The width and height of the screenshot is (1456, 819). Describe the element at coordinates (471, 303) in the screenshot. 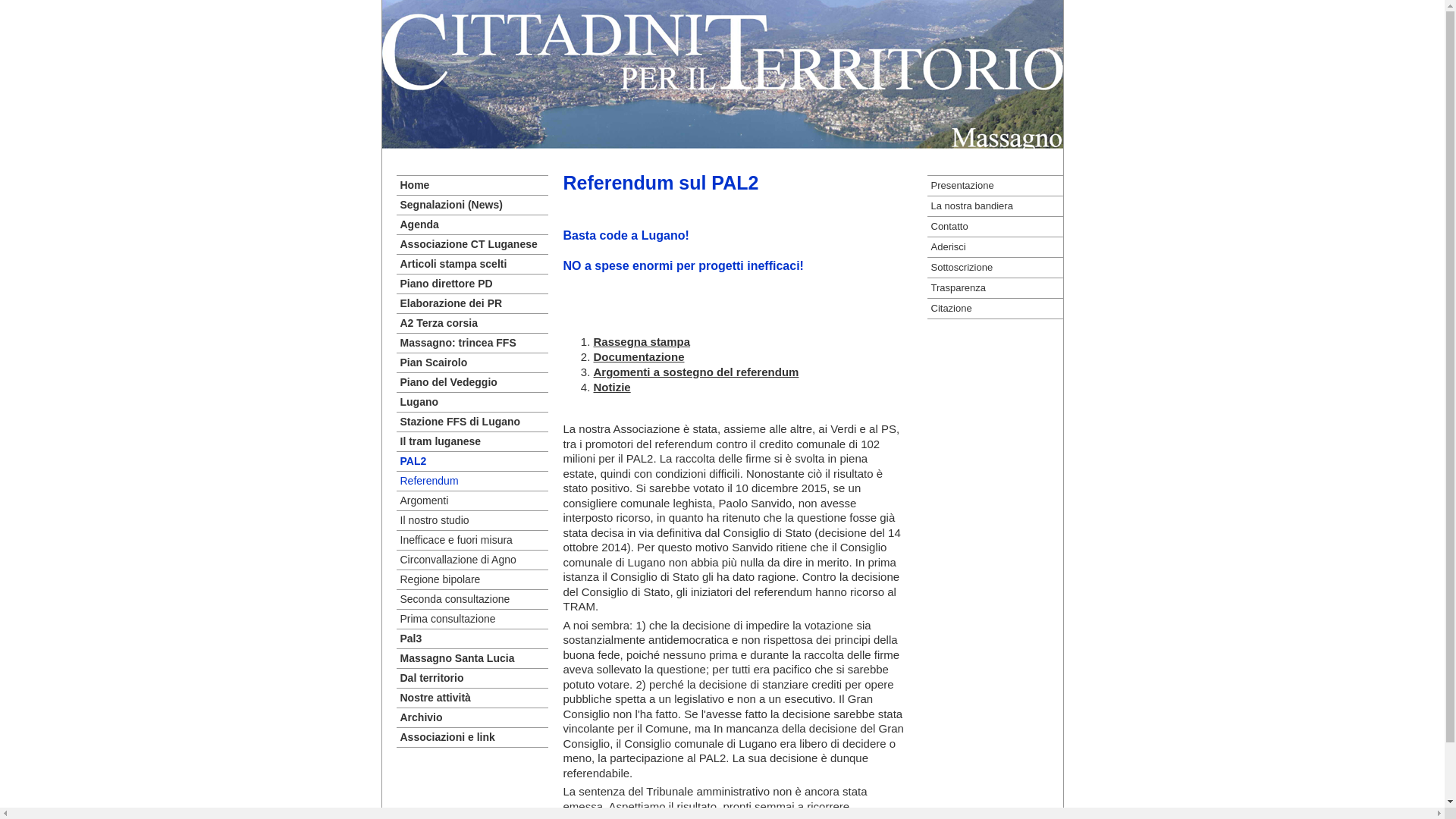

I see `'Elaborazione dei PR'` at that location.